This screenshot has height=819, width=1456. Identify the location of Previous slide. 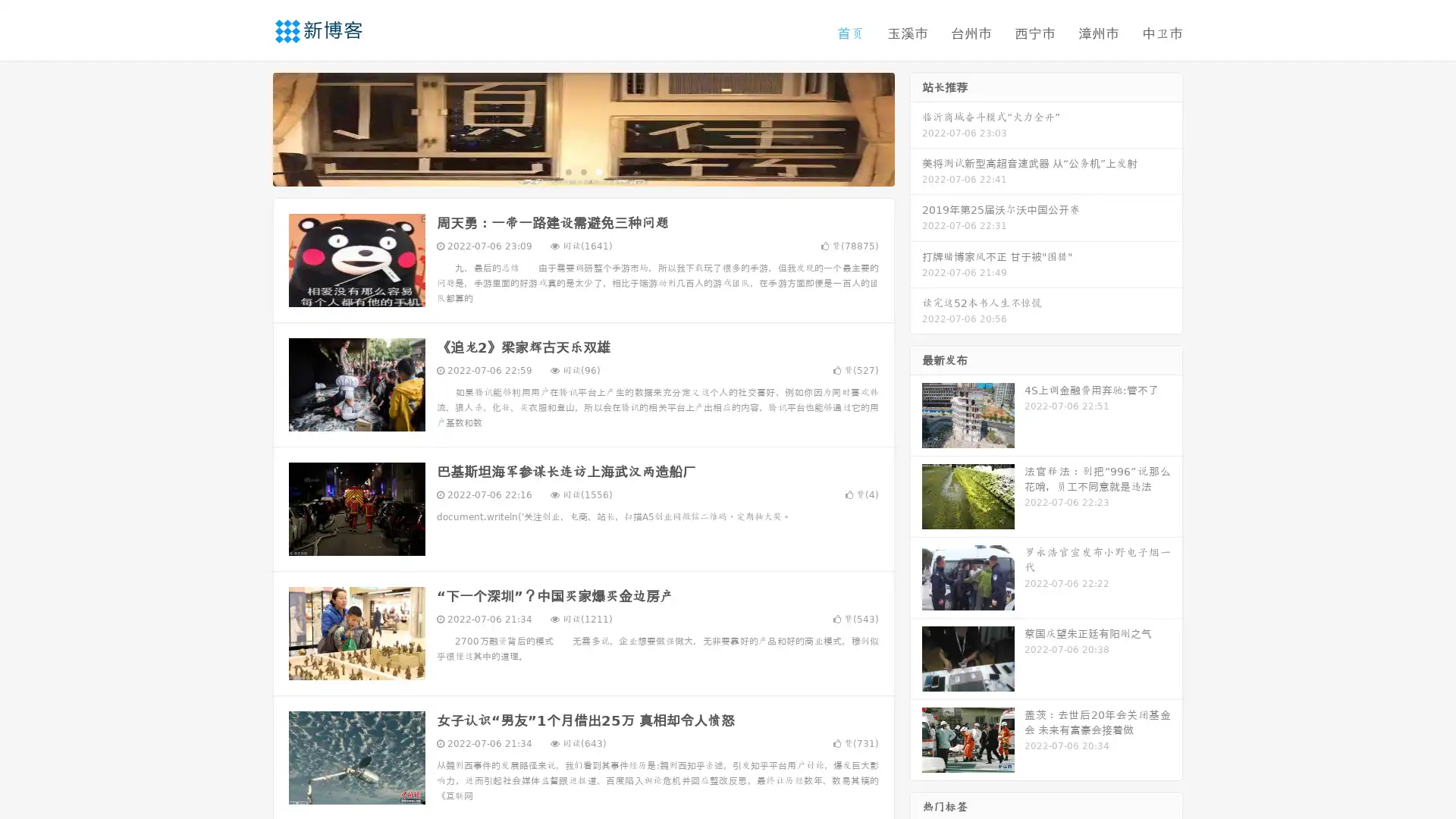
(250, 127).